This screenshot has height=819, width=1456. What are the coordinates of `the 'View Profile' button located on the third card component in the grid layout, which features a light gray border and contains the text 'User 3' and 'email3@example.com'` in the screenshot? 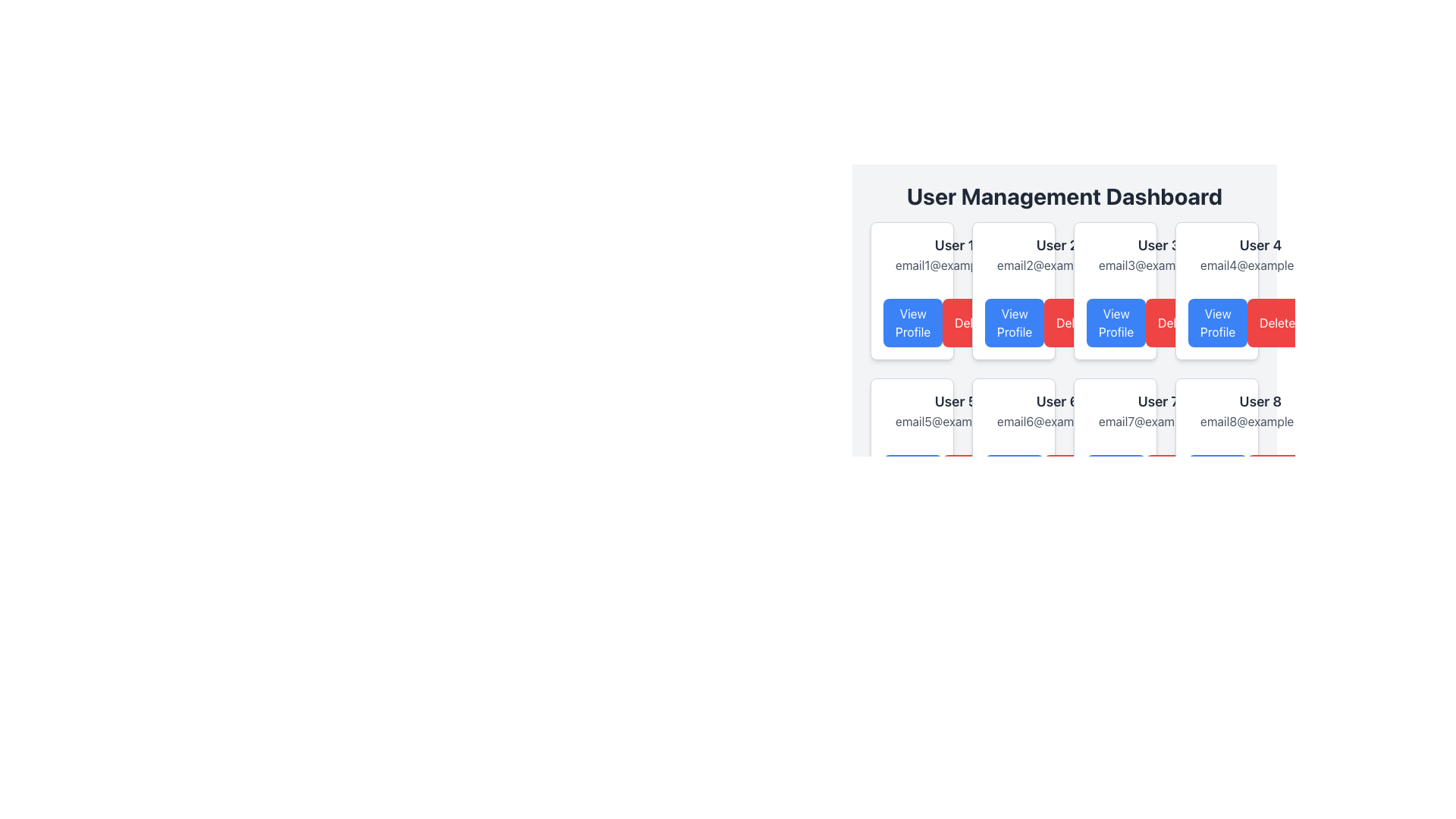 It's located at (1115, 291).